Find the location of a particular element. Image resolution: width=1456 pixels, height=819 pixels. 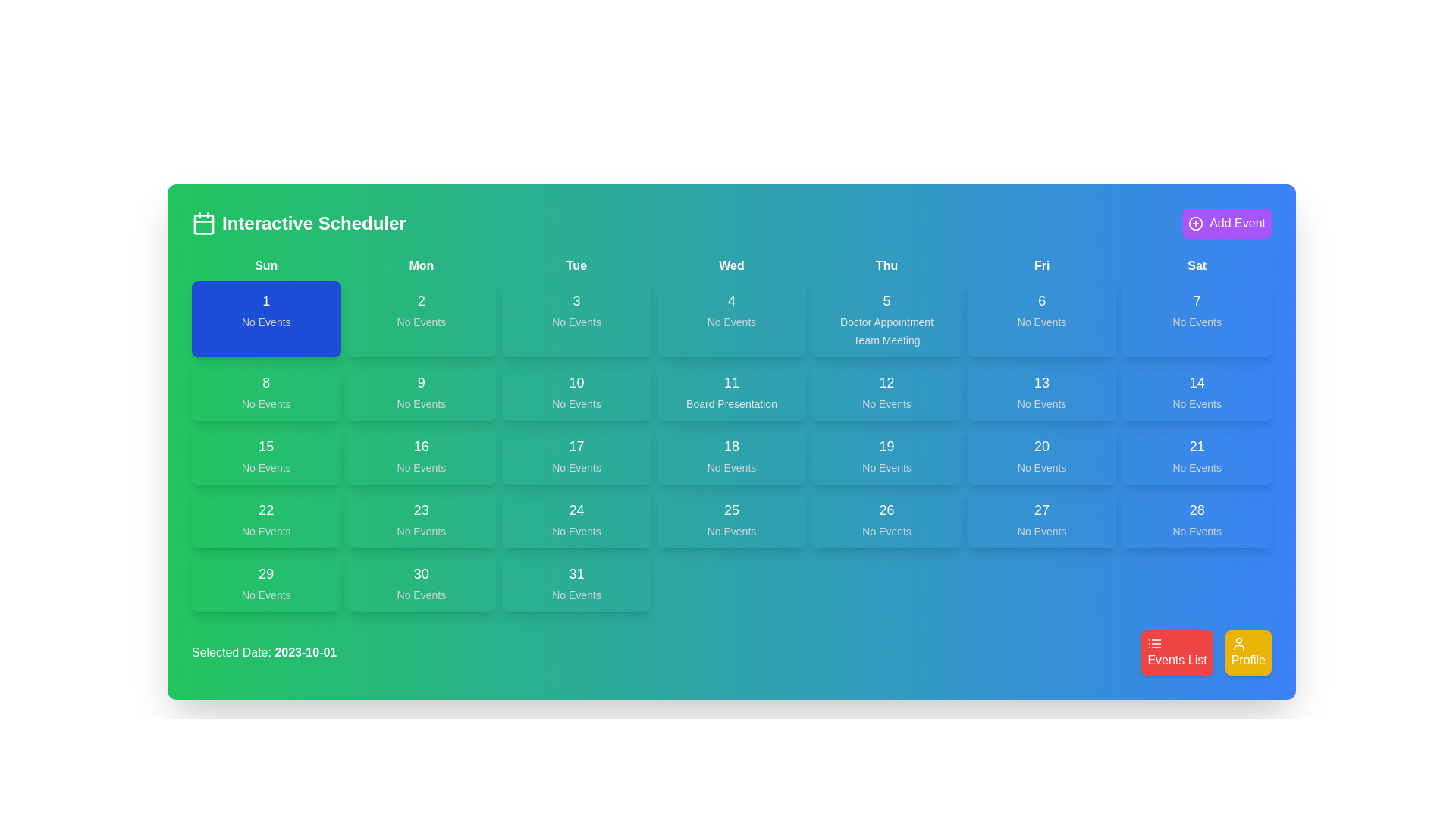

the calendar day cell located in the sixth row and third column of the calendar grid is located at coordinates (576, 519).